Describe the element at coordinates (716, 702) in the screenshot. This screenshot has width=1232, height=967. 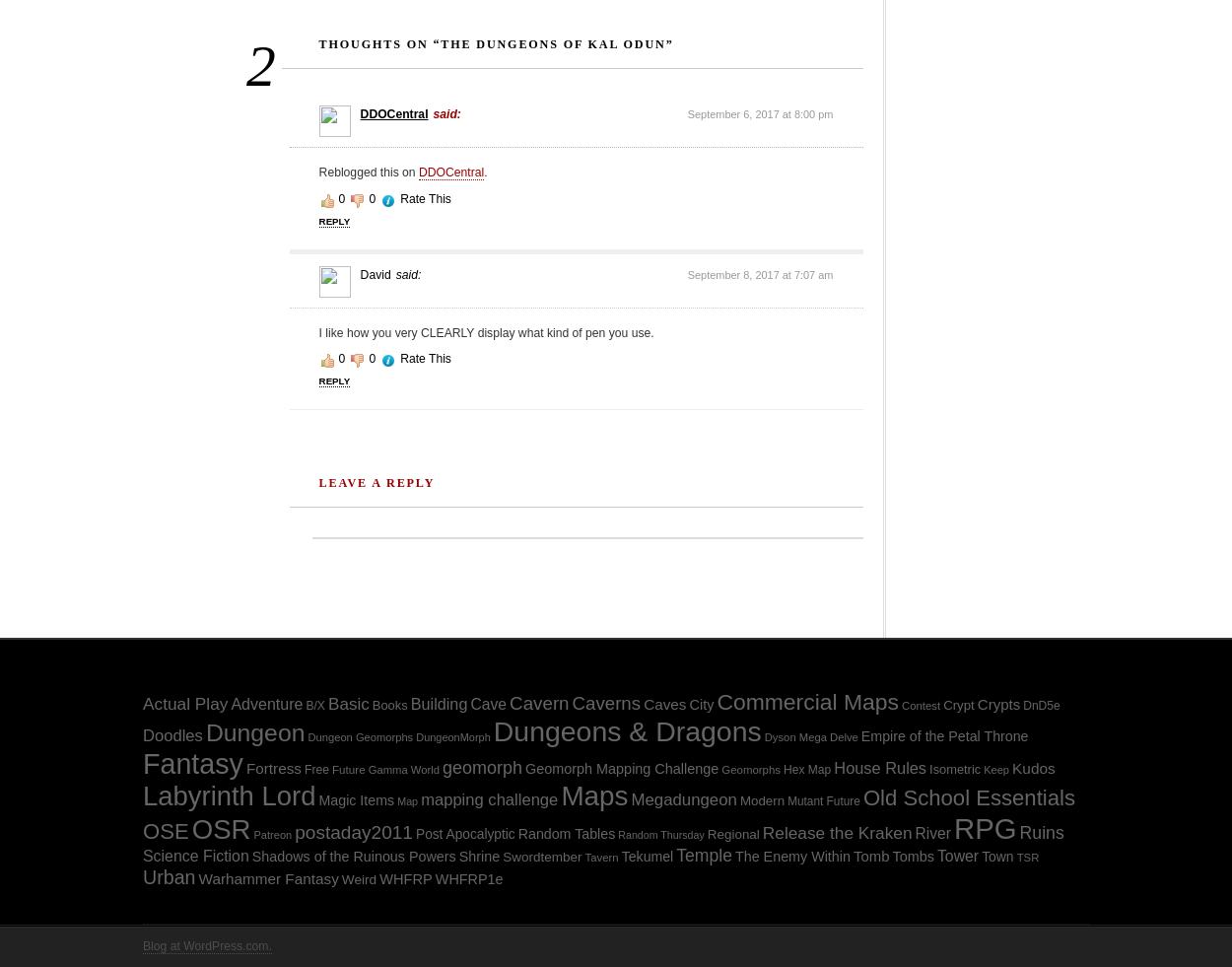
I see `'Commercial Maps'` at that location.